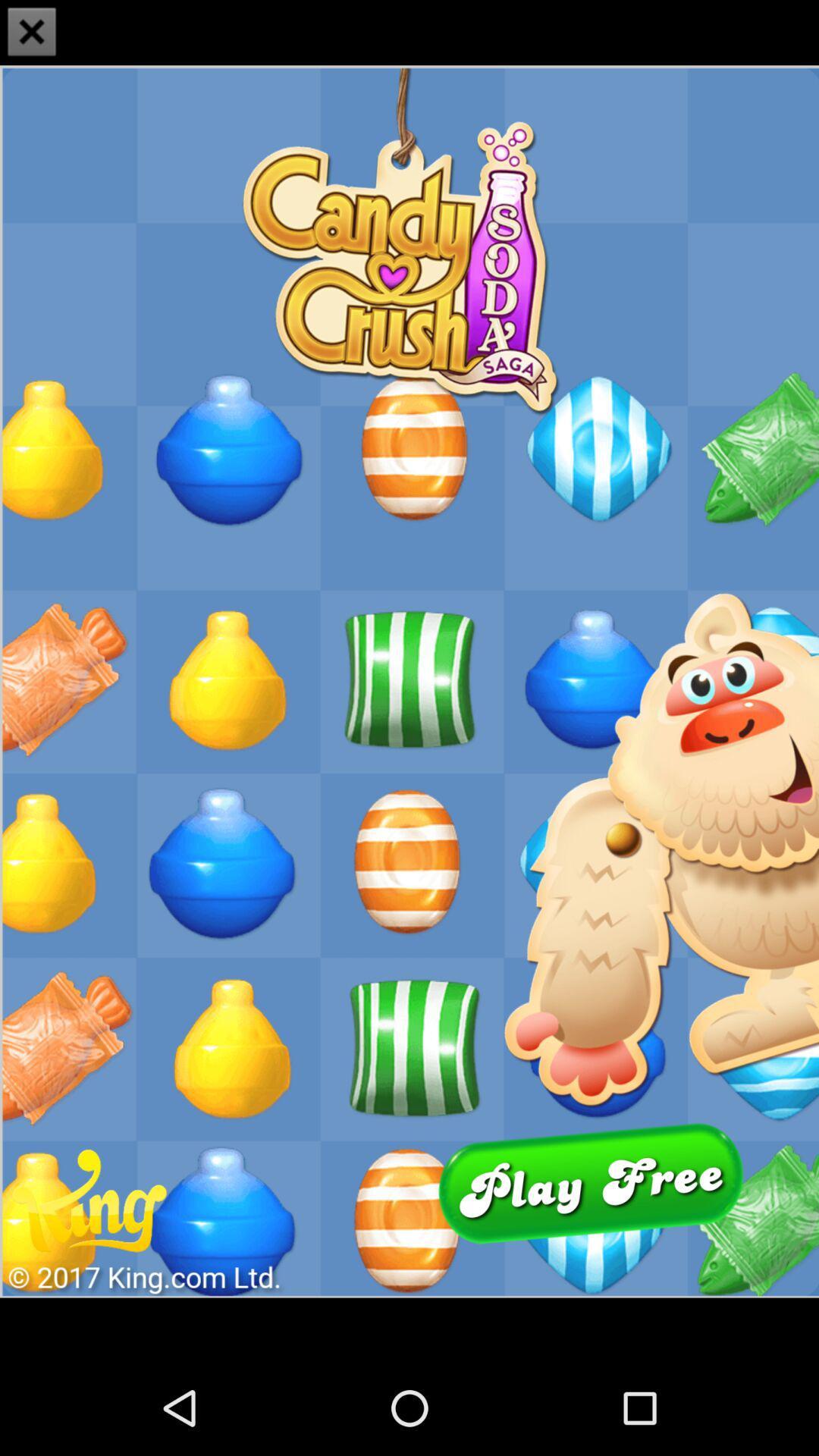  I want to click on the close icon, so click(32, 33).